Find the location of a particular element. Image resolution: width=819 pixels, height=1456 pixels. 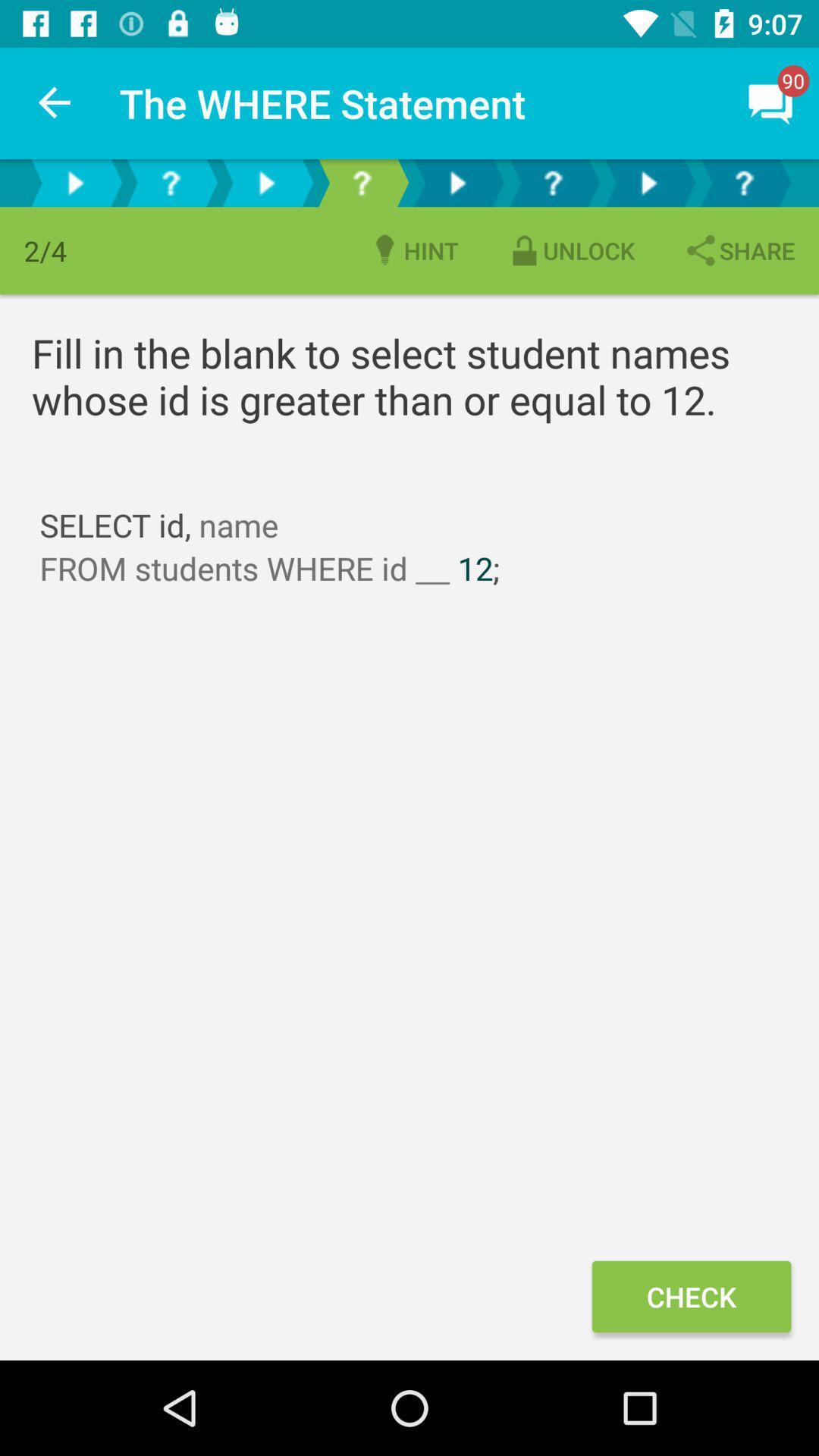

last question is located at coordinates (742, 182).